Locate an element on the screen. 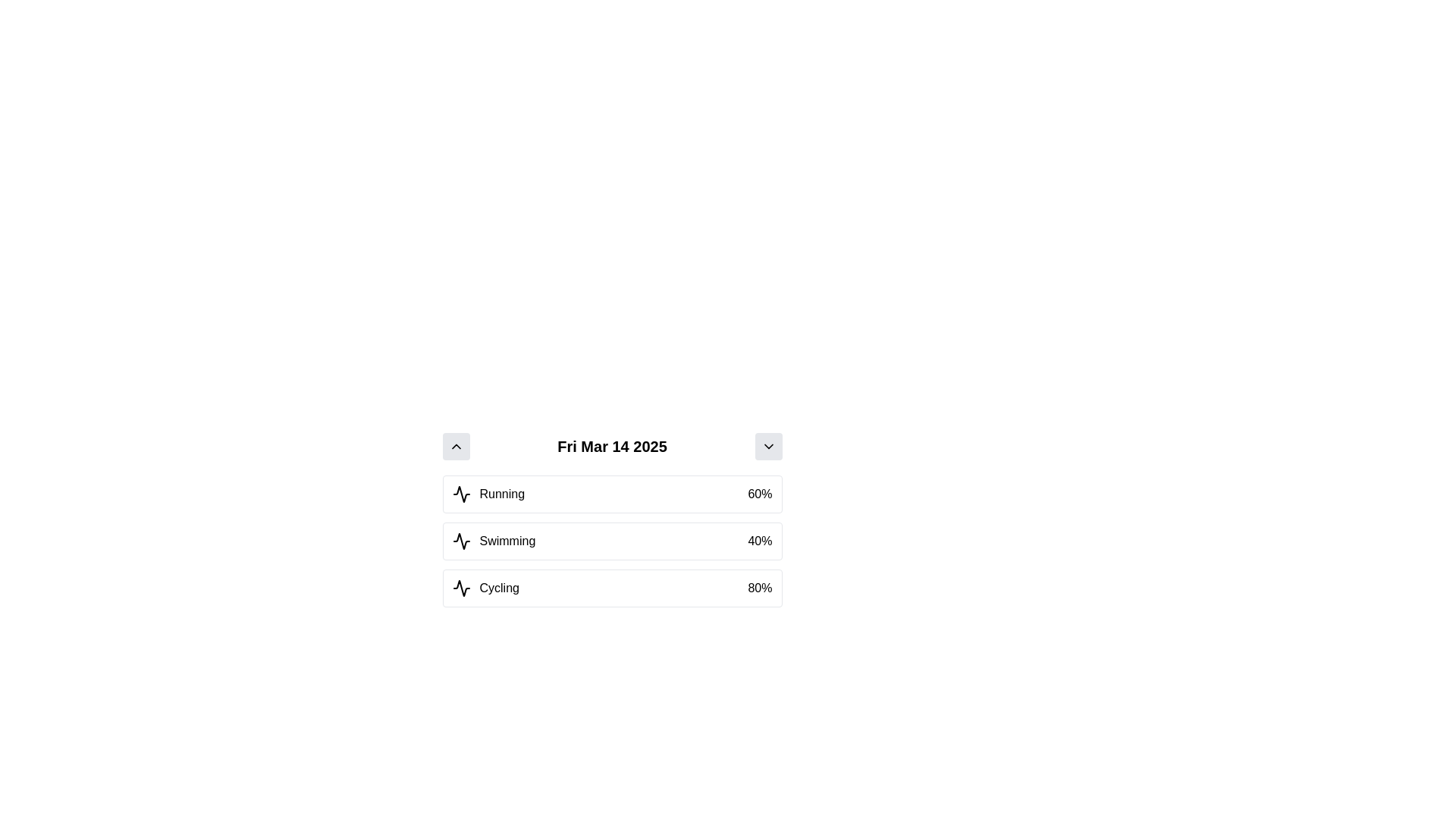 The image size is (1456, 819). the text display showing '40%' in bold, positioned to the right of 'Swimming' in the second row of the activity list is located at coordinates (760, 540).